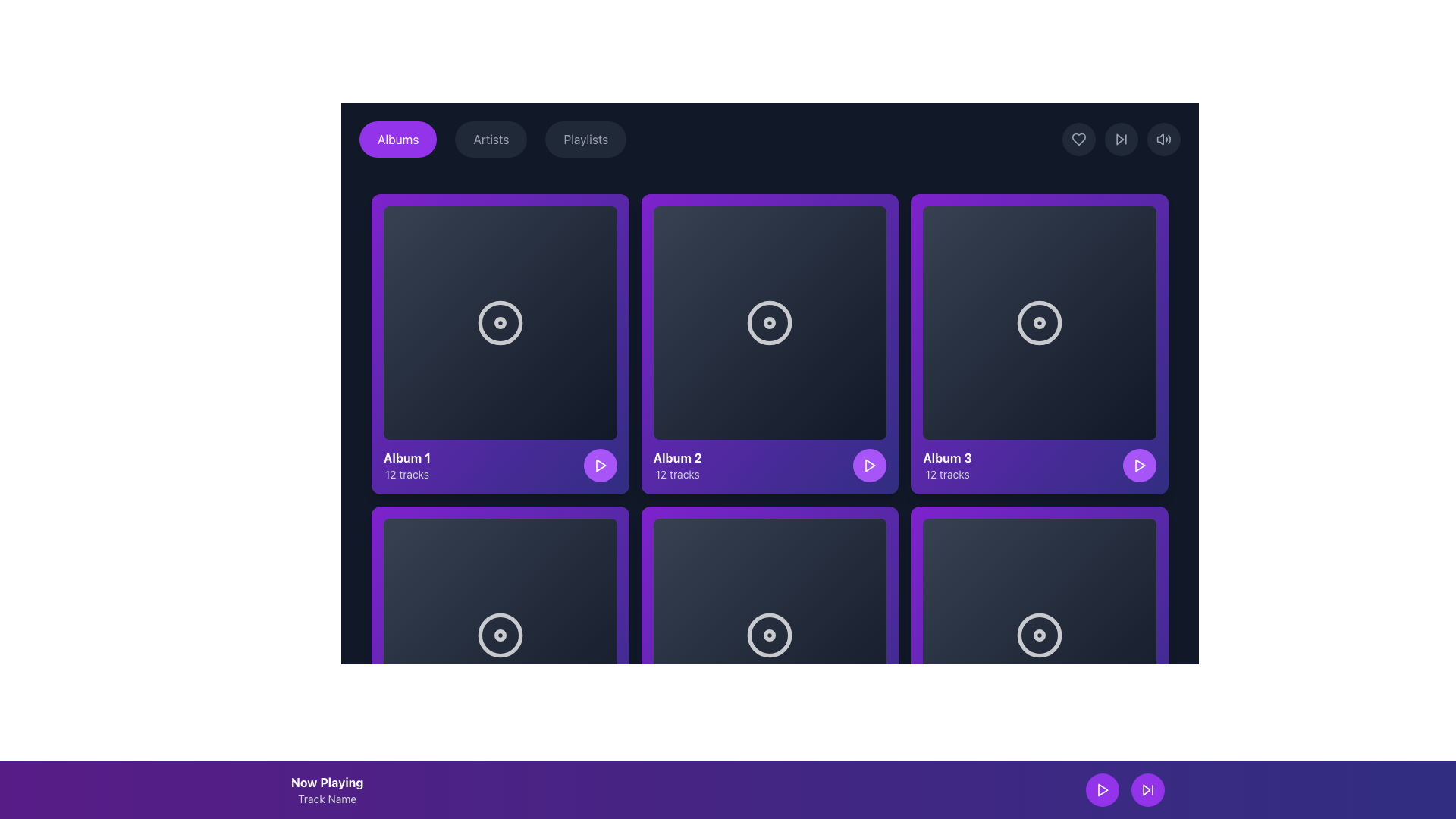 The height and width of the screenshot is (819, 1456). I want to click on the circular button with a purple background and a white play triangle icon centered inside it, located in the 'Album 2' section, to initiate playback, so click(870, 464).